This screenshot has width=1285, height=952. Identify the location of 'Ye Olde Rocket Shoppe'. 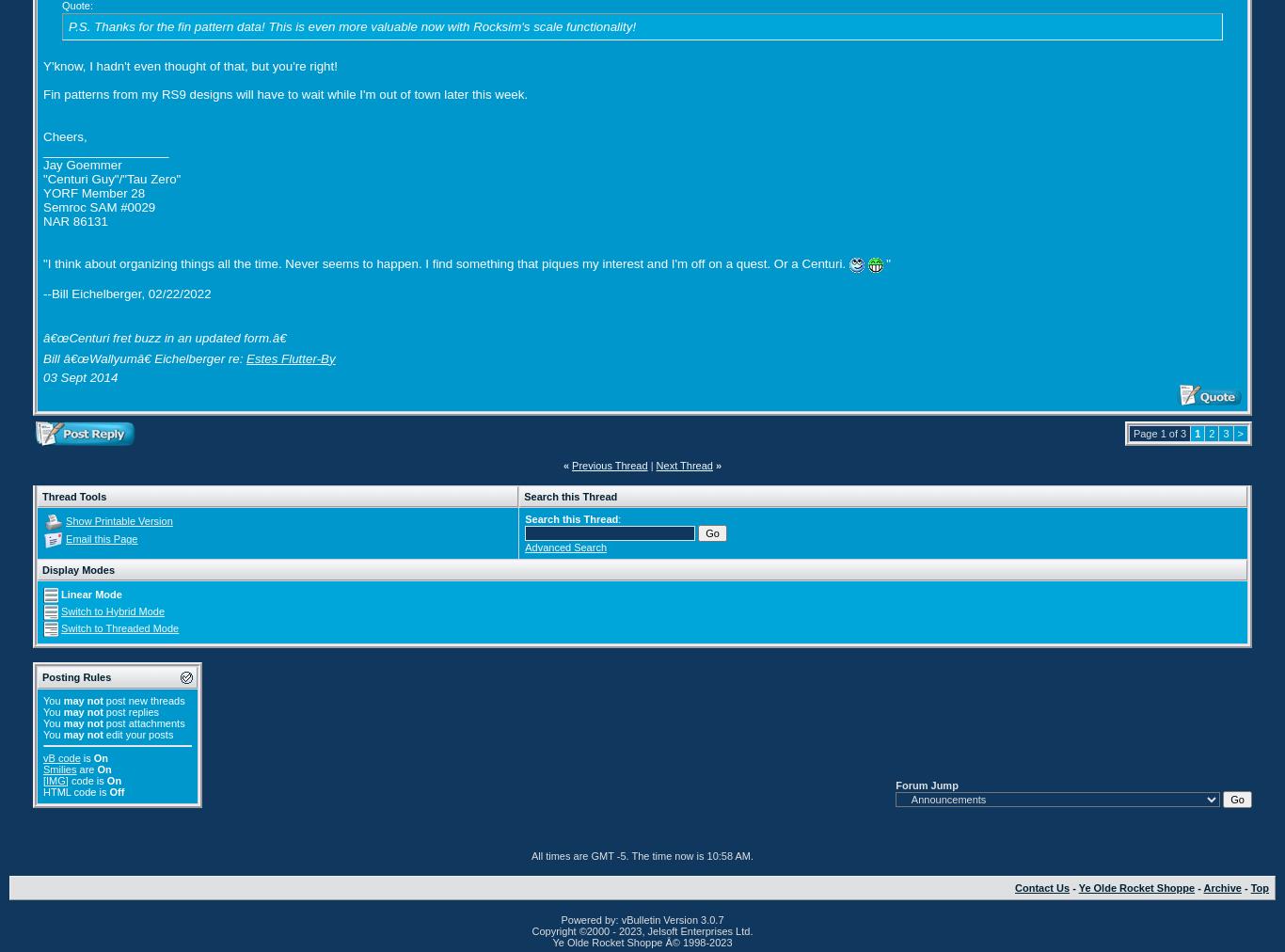
(1135, 886).